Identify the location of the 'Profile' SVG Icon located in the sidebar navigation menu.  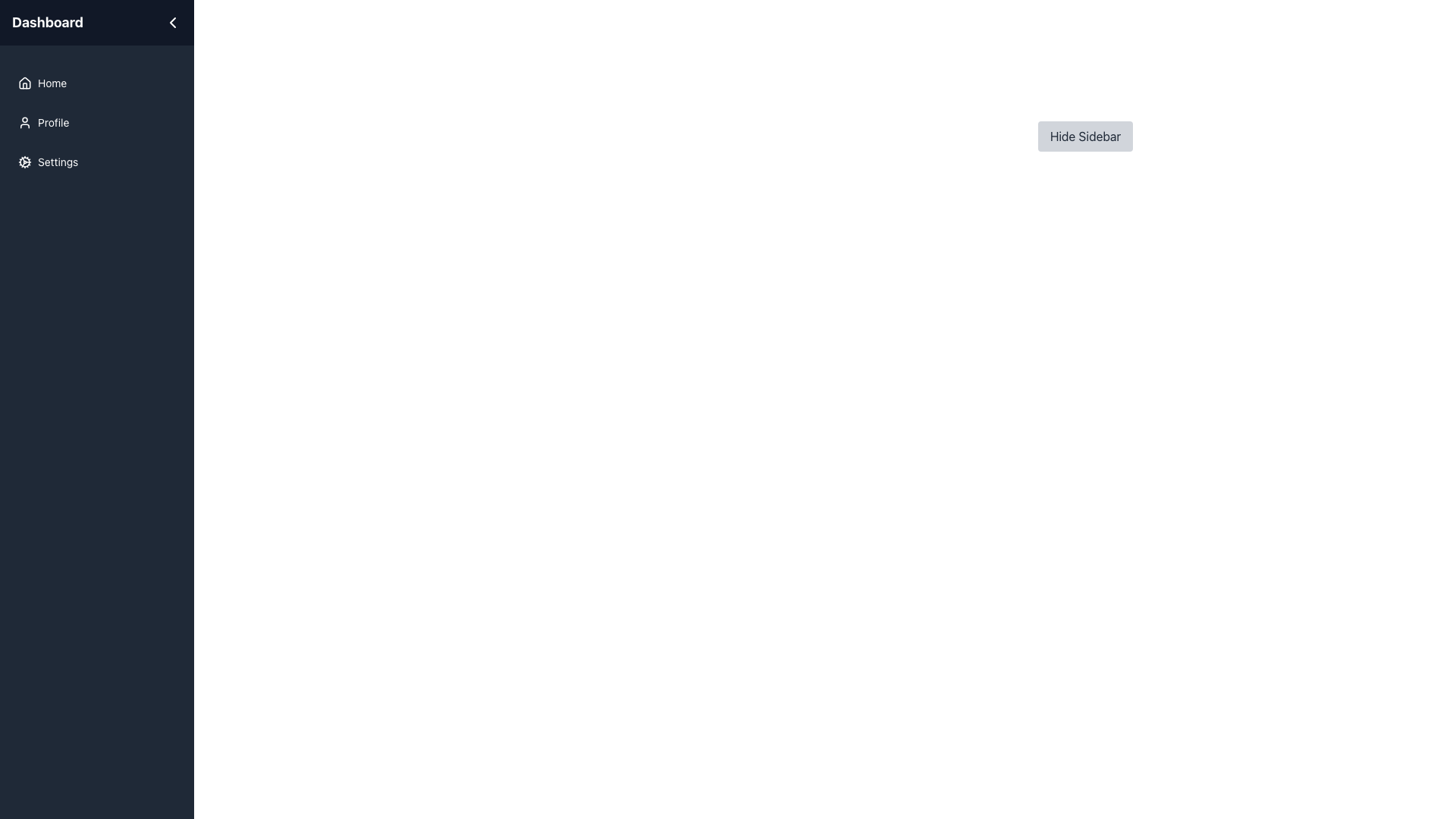
(25, 122).